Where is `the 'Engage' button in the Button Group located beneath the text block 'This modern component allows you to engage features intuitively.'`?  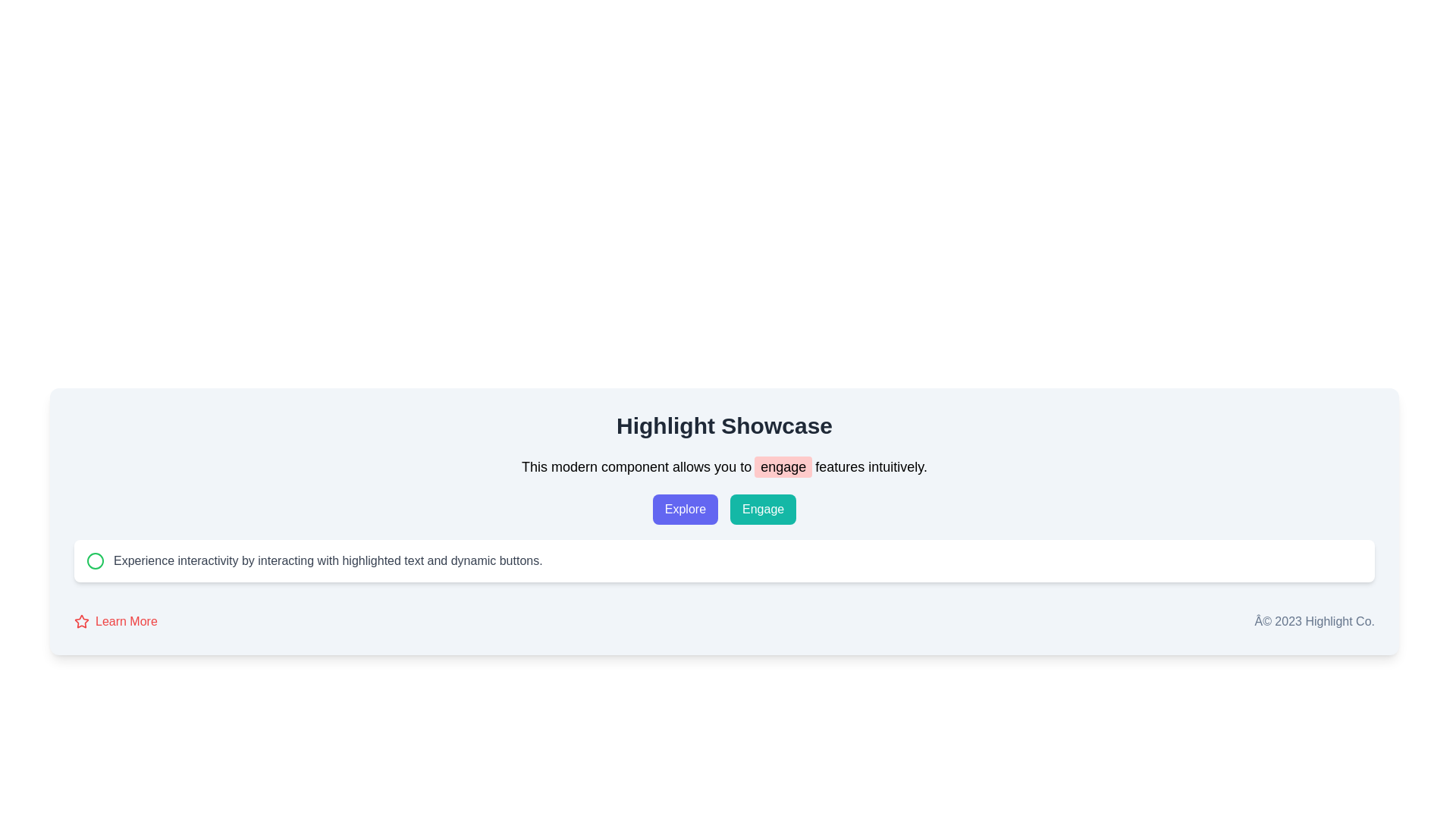
the 'Engage' button in the Button Group located beneath the text block 'This modern component allows you to engage features intuitively.' is located at coordinates (723, 509).